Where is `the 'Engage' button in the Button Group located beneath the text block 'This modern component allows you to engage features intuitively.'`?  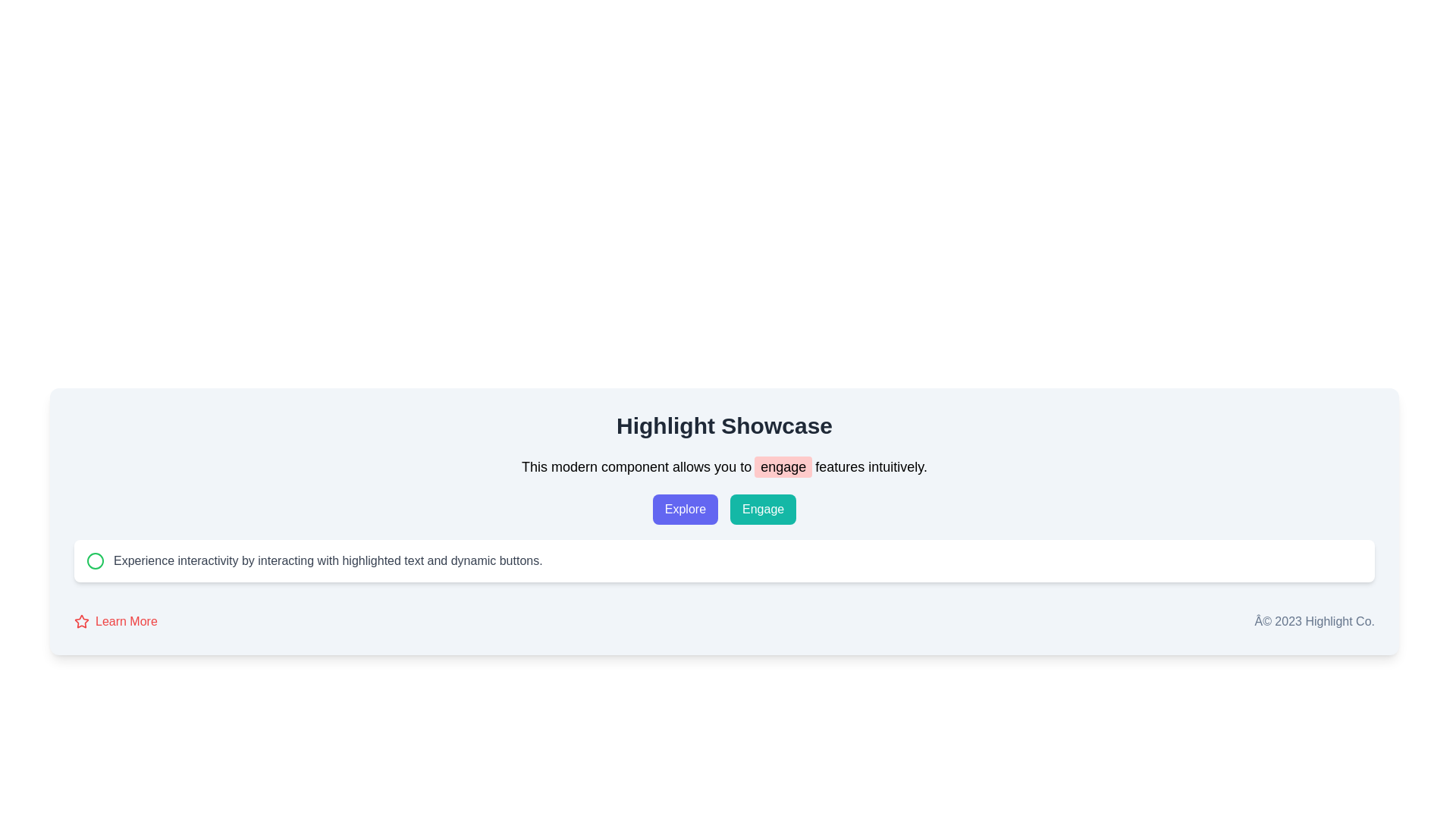
the 'Engage' button in the Button Group located beneath the text block 'This modern component allows you to engage features intuitively.' is located at coordinates (723, 509).